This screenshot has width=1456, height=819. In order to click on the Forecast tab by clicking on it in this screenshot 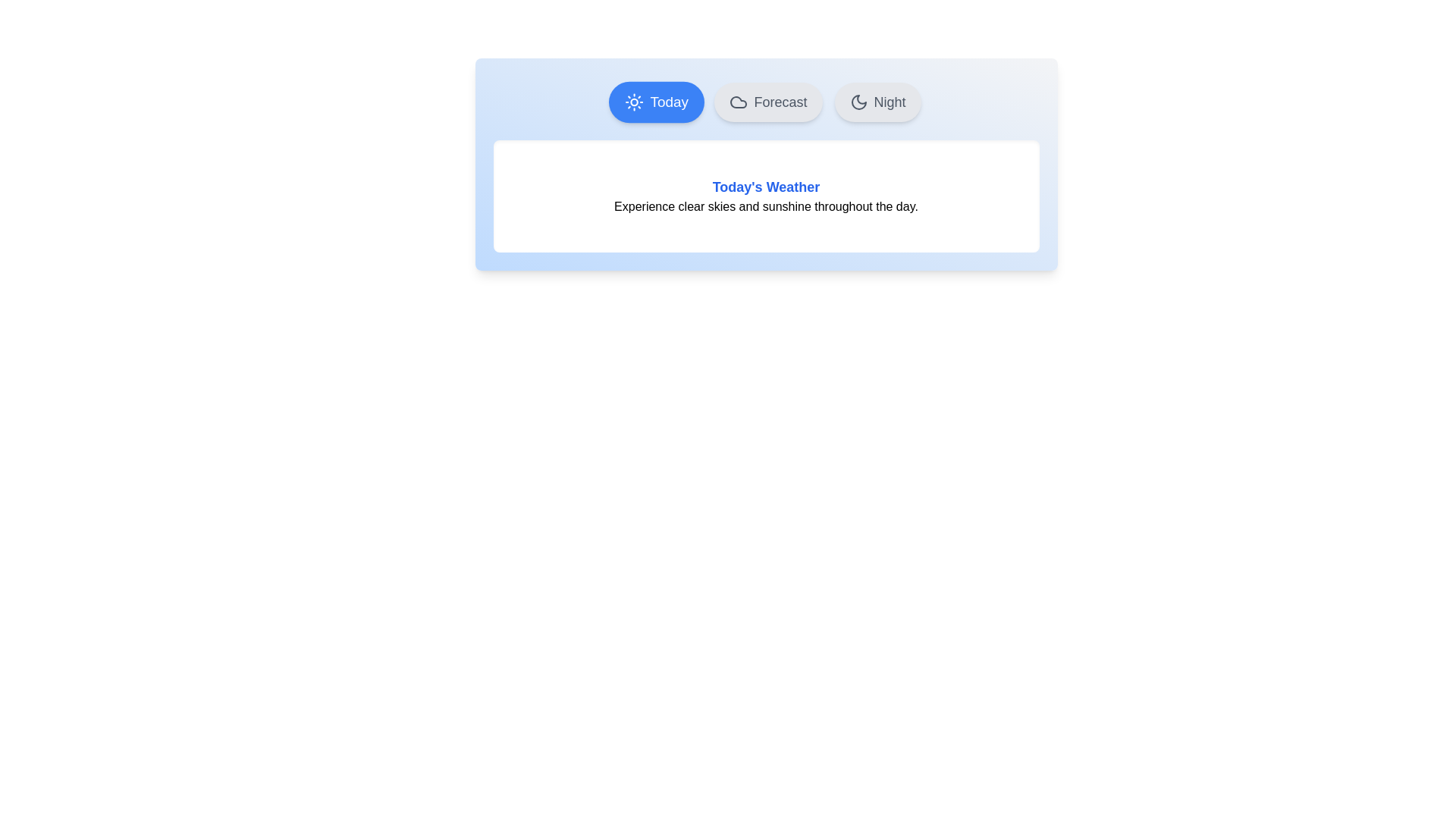, I will do `click(768, 102)`.